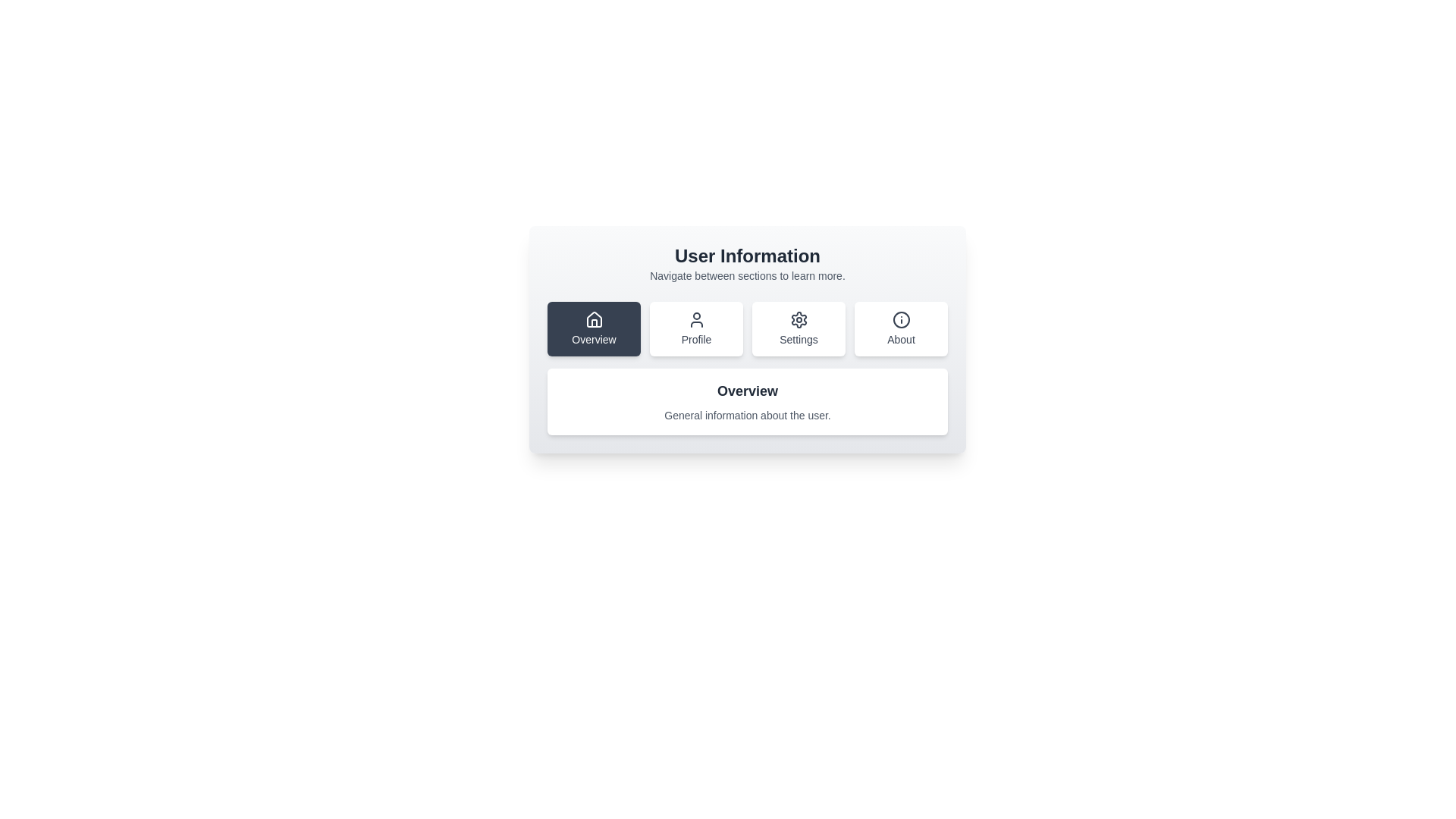 The width and height of the screenshot is (1456, 819). What do you see at coordinates (593, 338) in the screenshot?
I see `the 'Overview' text label element, which is styled with a medium font size and positioned below a house icon in a dark-colored rectangular button, located under the 'User Information' heading` at bounding box center [593, 338].